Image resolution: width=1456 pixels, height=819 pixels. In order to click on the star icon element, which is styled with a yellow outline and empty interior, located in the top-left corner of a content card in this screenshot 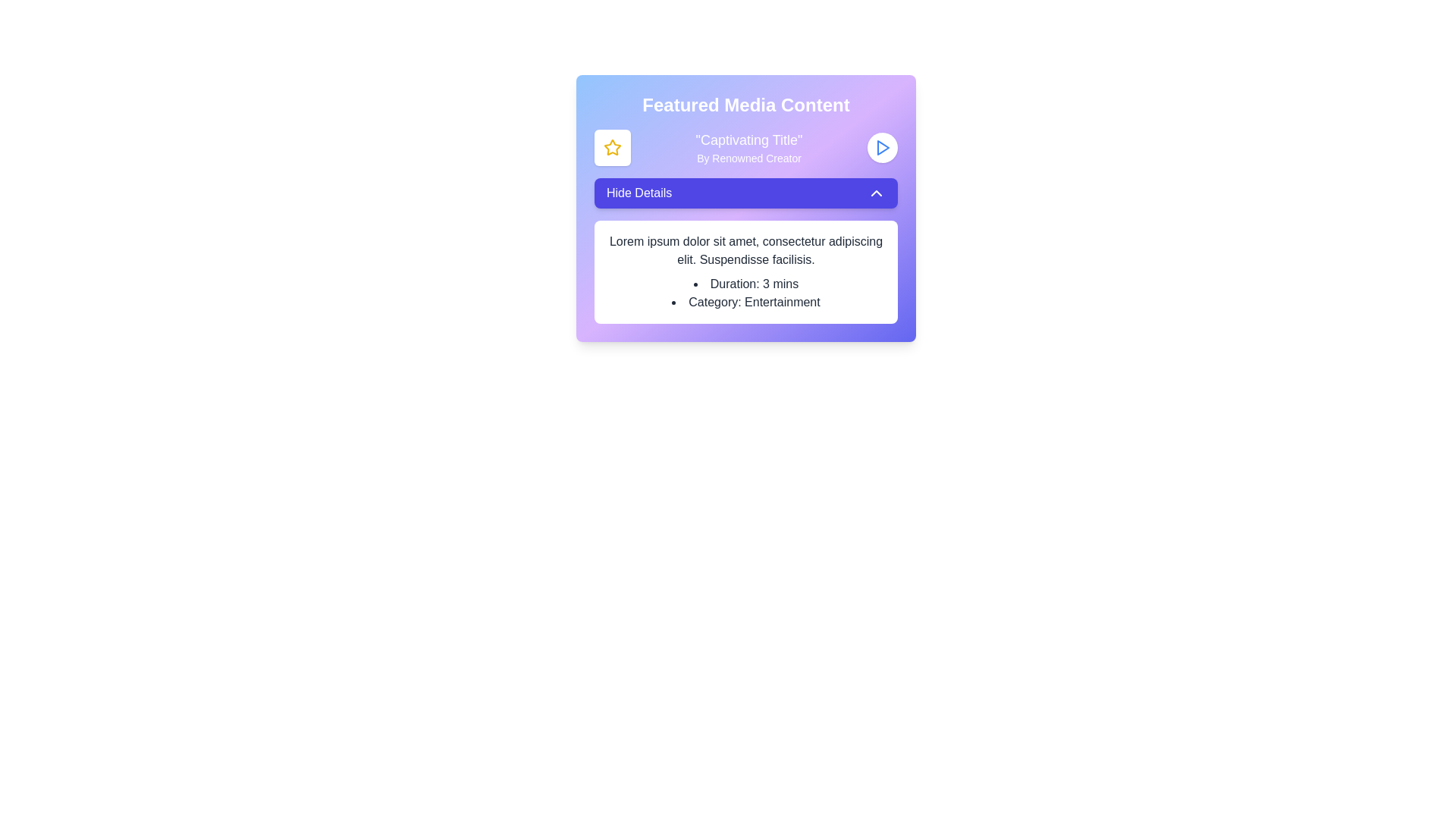, I will do `click(612, 147)`.